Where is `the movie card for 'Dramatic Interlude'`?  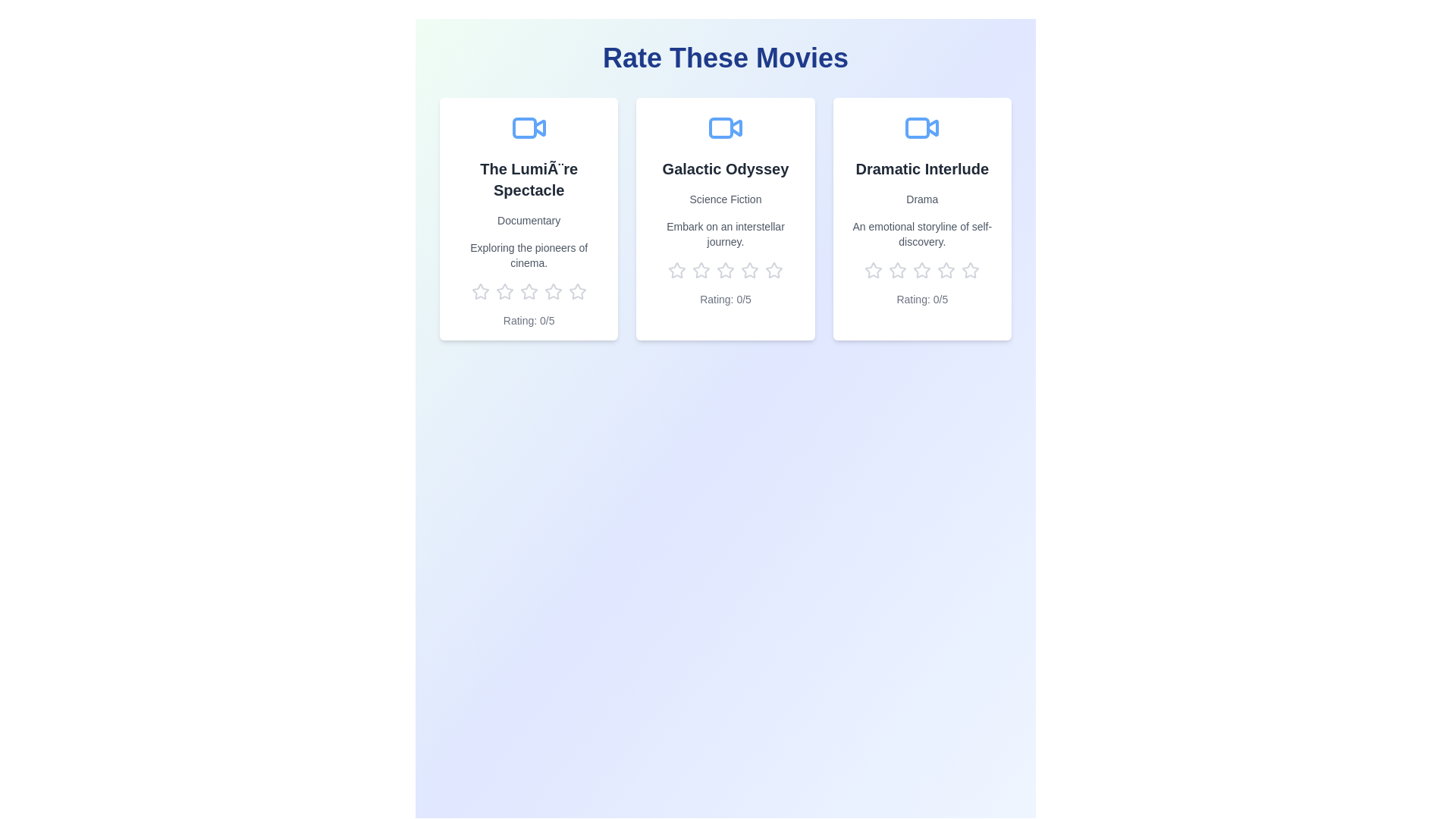 the movie card for 'Dramatic Interlude' is located at coordinates (921, 219).